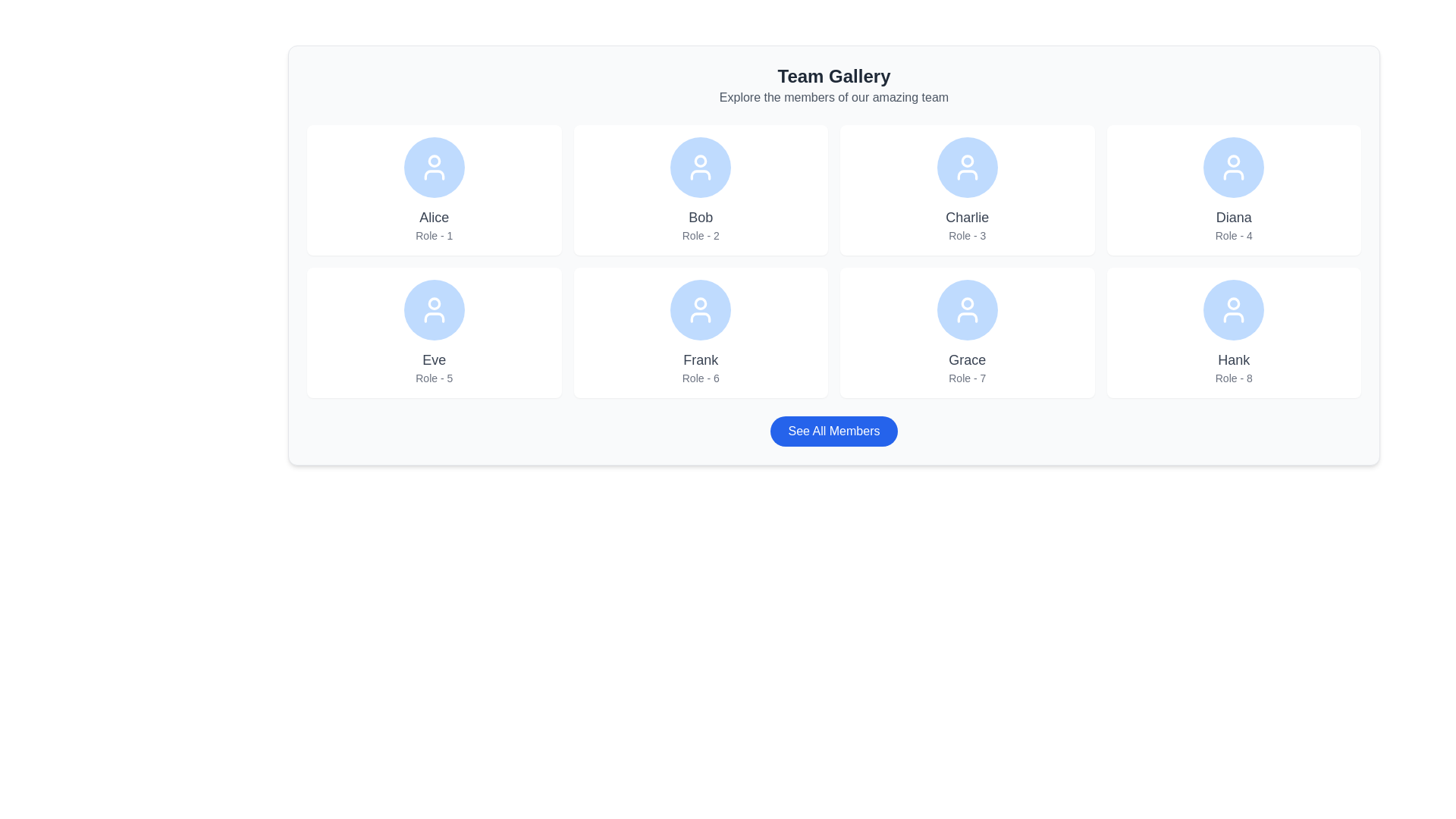  I want to click on the user profile icon located in the top-left card labeled 'Alice Role - 1' in the 'Team Gallery' section, which is situated inside the blue circular area at the top of this card, so click(433, 161).